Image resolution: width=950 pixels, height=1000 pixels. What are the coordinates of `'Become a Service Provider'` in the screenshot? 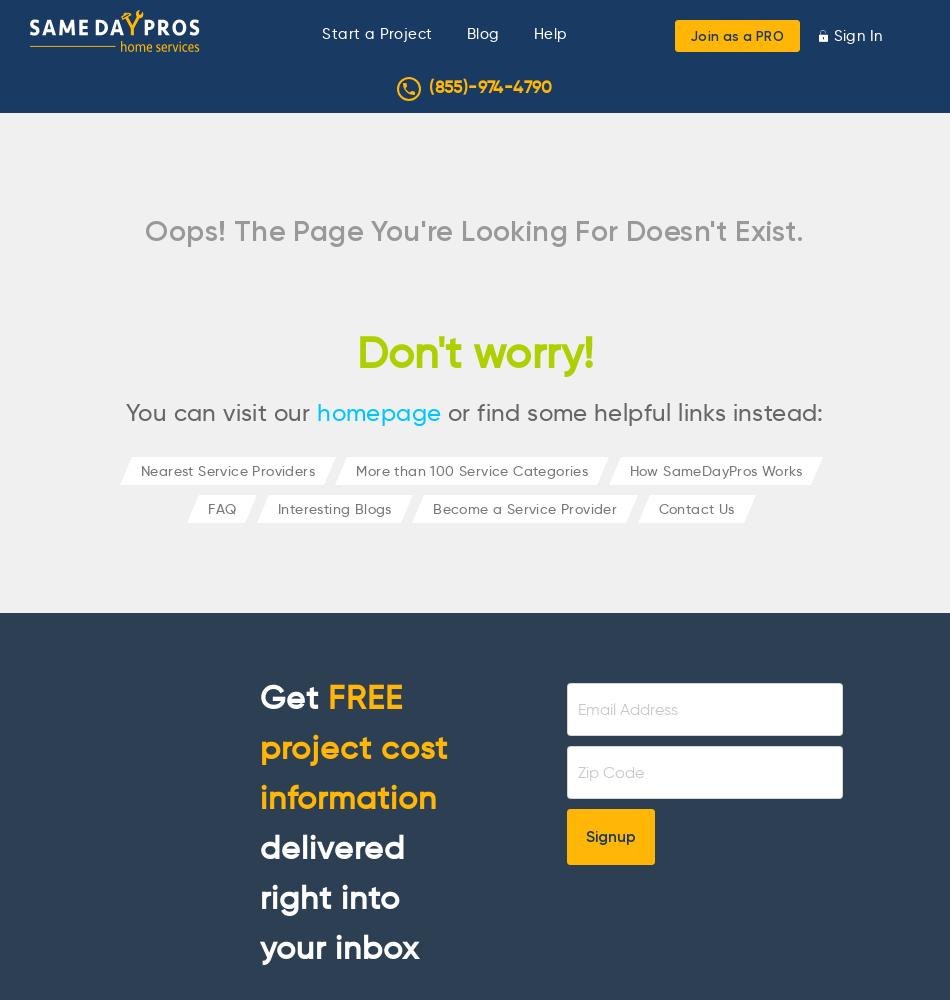 It's located at (524, 508).